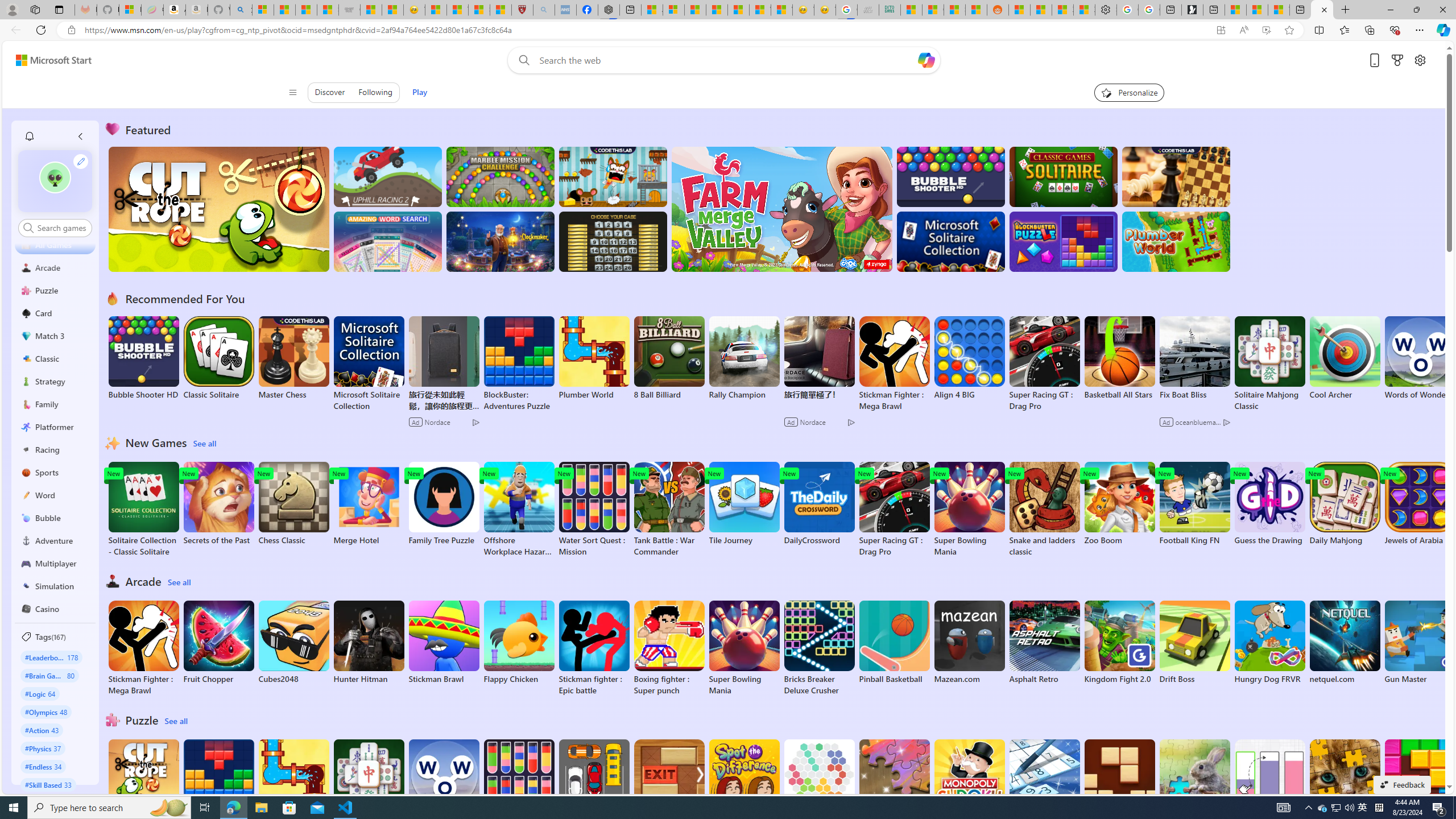  I want to click on 'AutomationID: control', so click(61, 228).